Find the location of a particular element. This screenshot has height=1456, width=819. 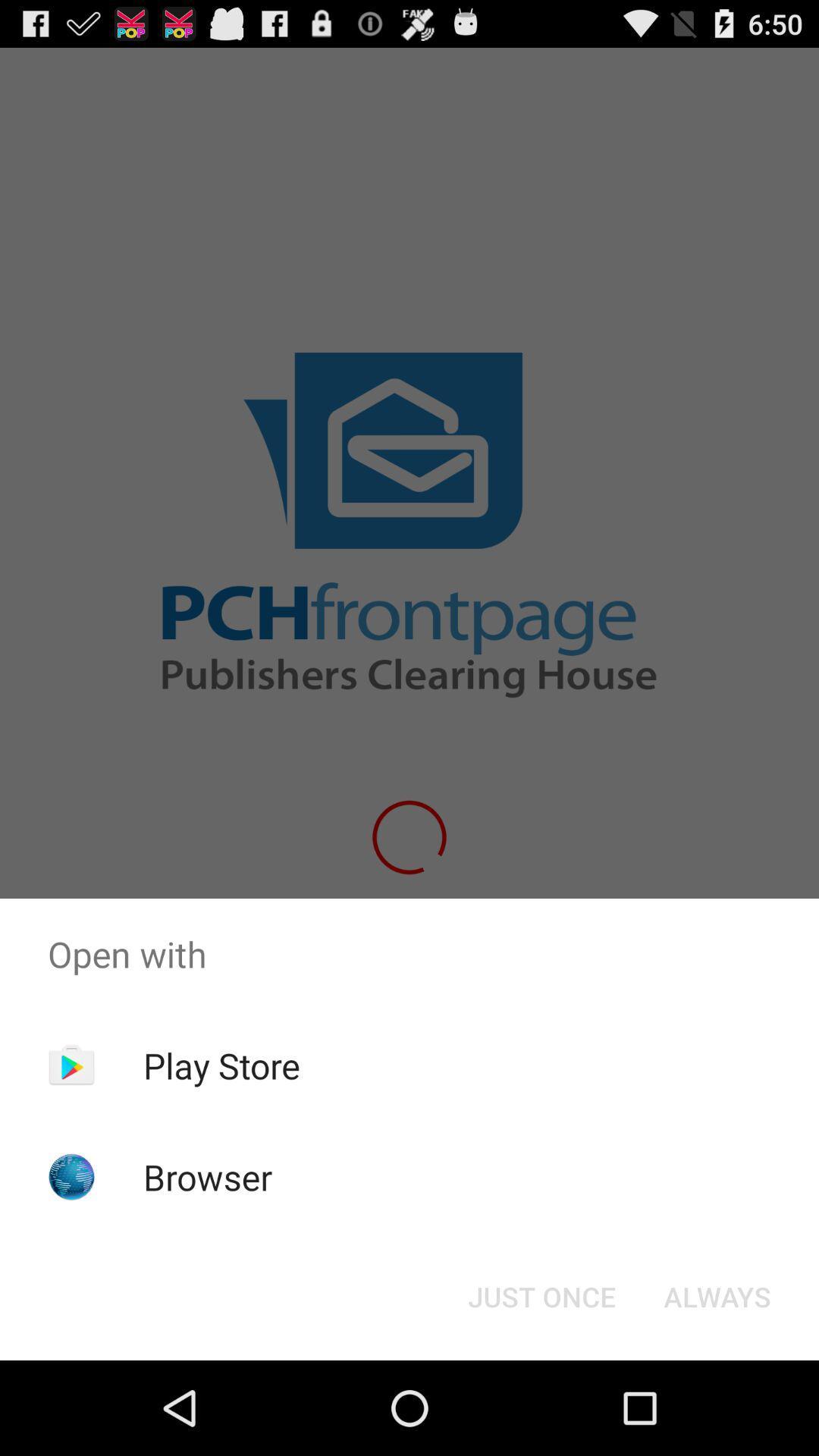

play store app is located at coordinates (221, 1065).